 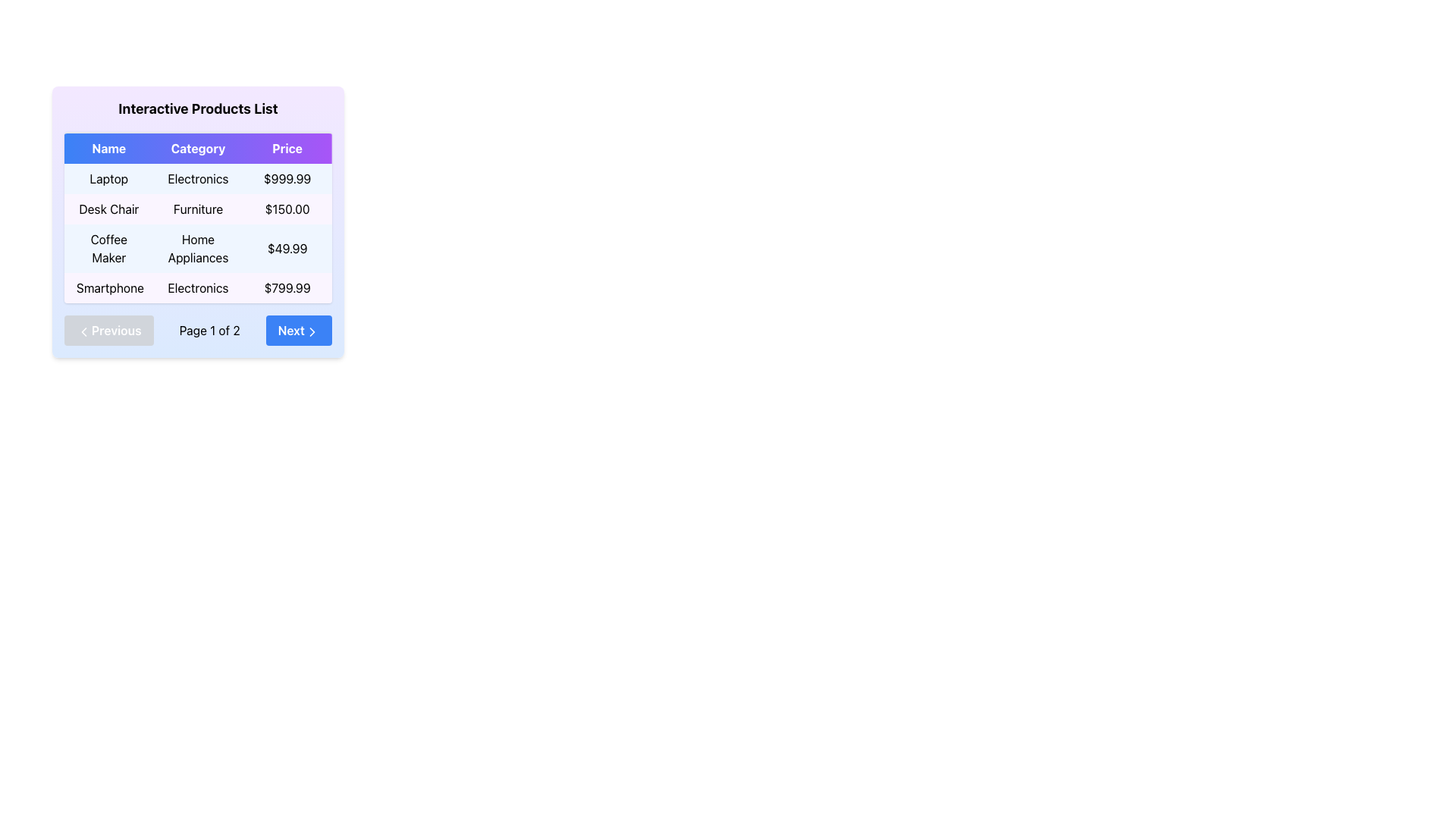 I want to click on the Label displaying 'Laptop', which is located in the leftmost column of the first row of the product grid, so click(x=108, y=177).